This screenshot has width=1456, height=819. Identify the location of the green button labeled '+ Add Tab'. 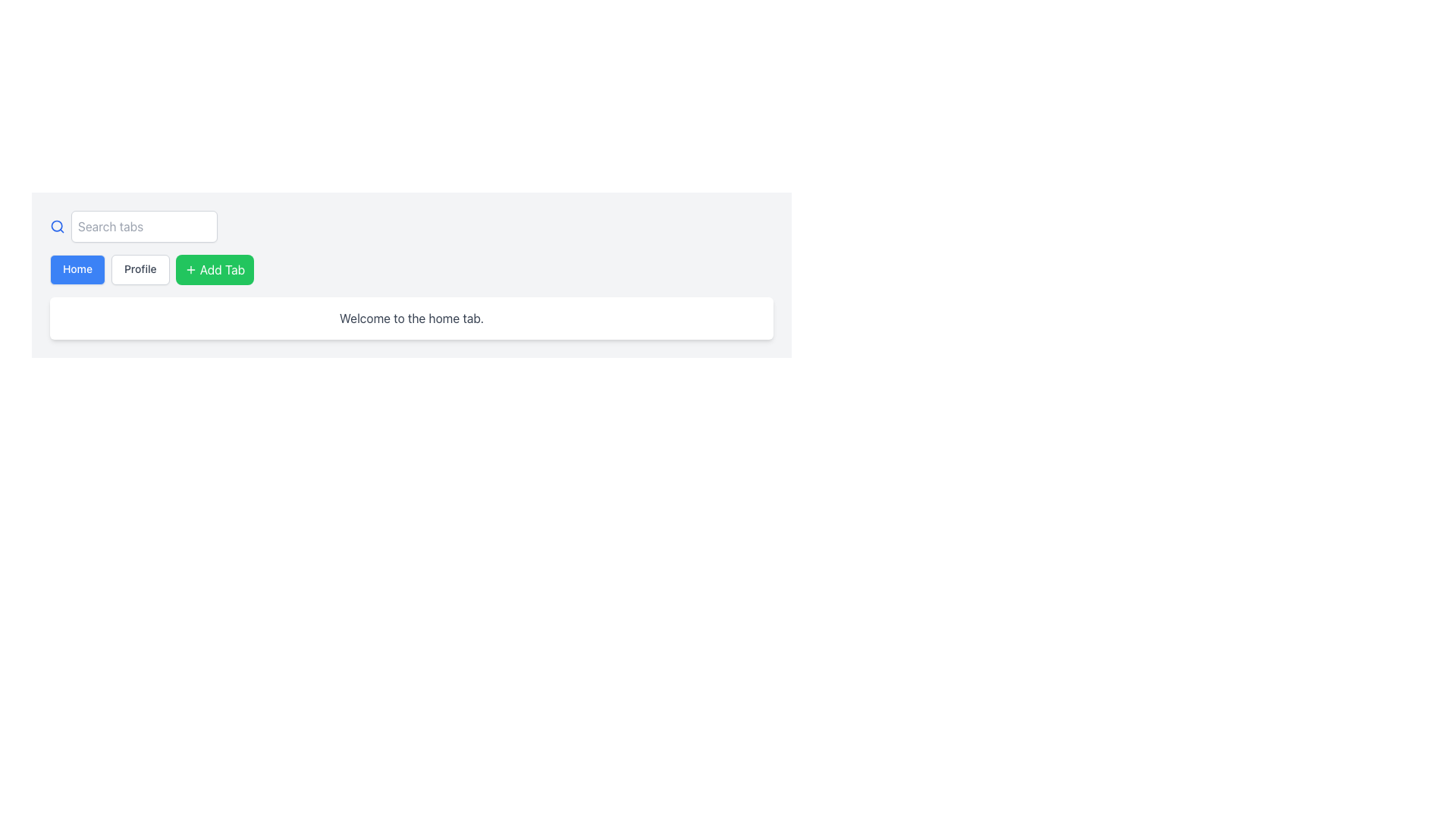
(214, 268).